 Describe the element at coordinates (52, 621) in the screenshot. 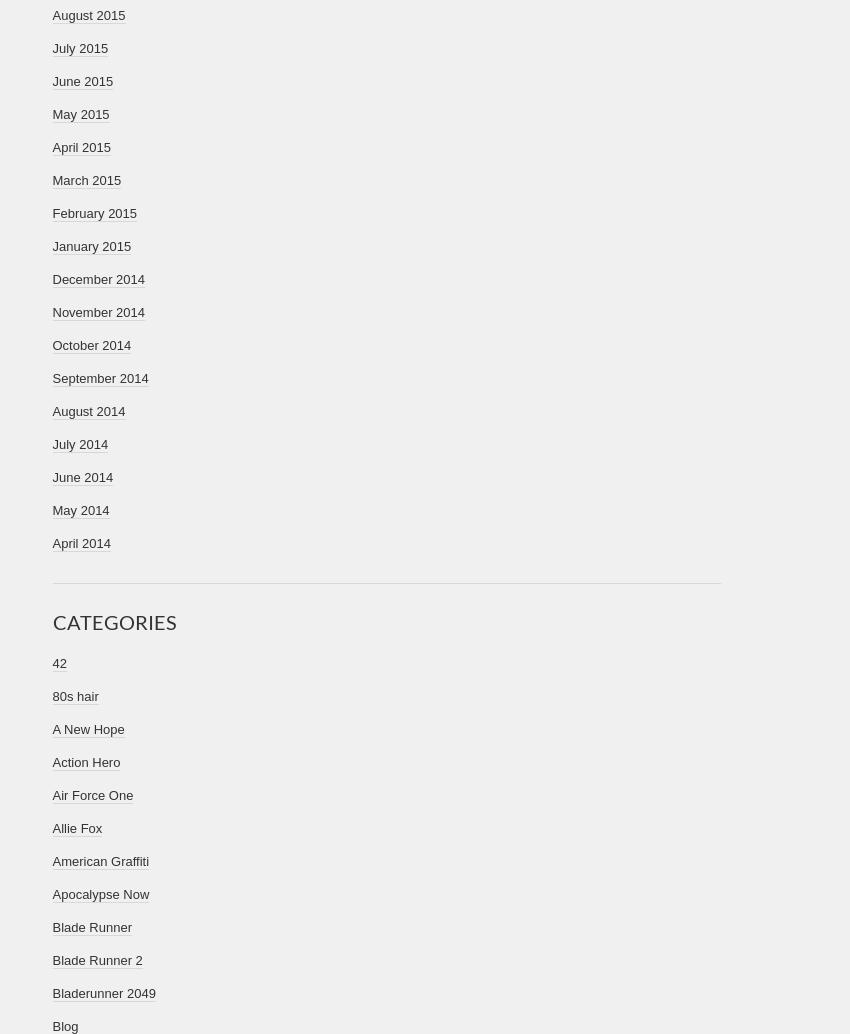

I see `'Categories'` at that location.